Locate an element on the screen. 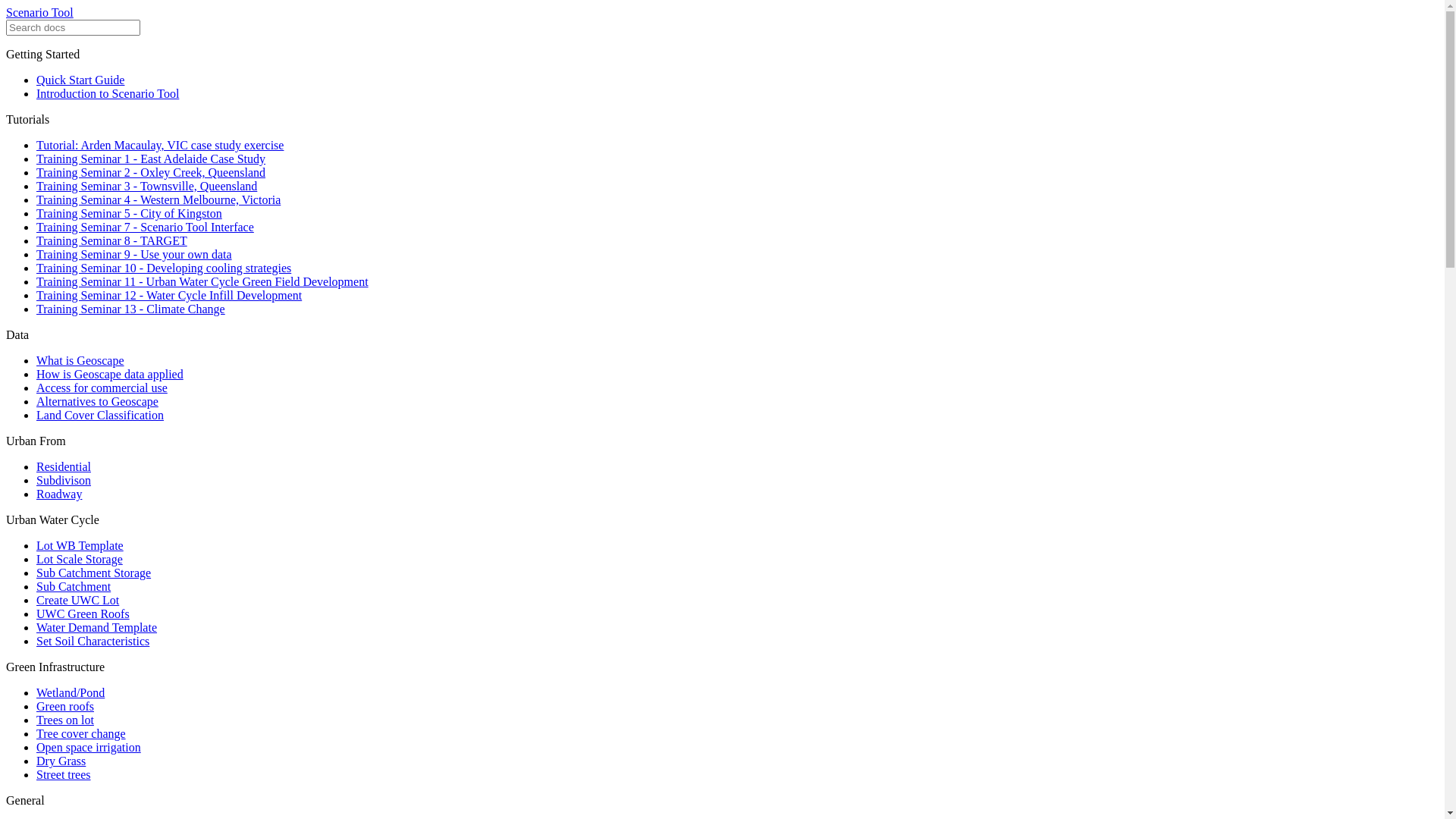  'Wetland/Pond' is located at coordinates (69, 692).